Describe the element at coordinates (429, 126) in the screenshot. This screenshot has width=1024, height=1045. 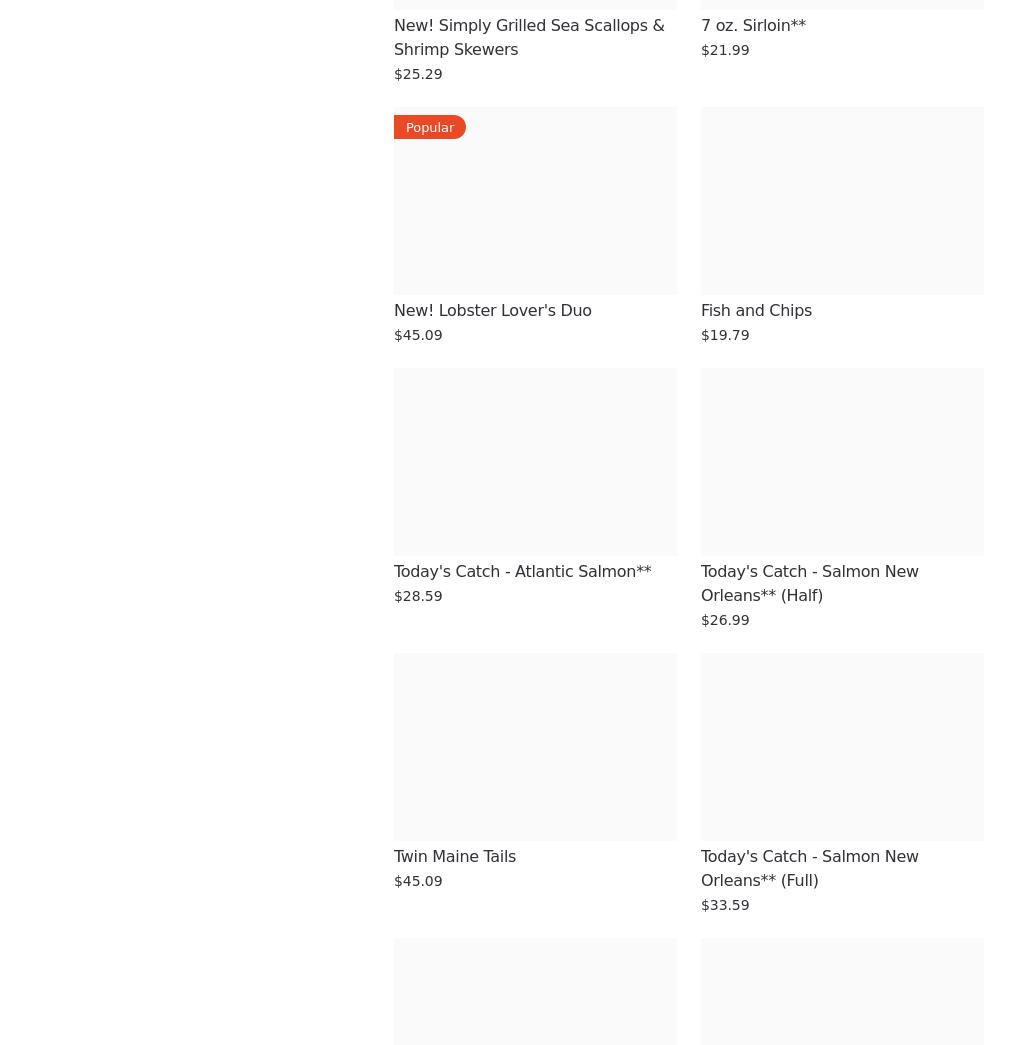
I see `'Popular'` at that location.